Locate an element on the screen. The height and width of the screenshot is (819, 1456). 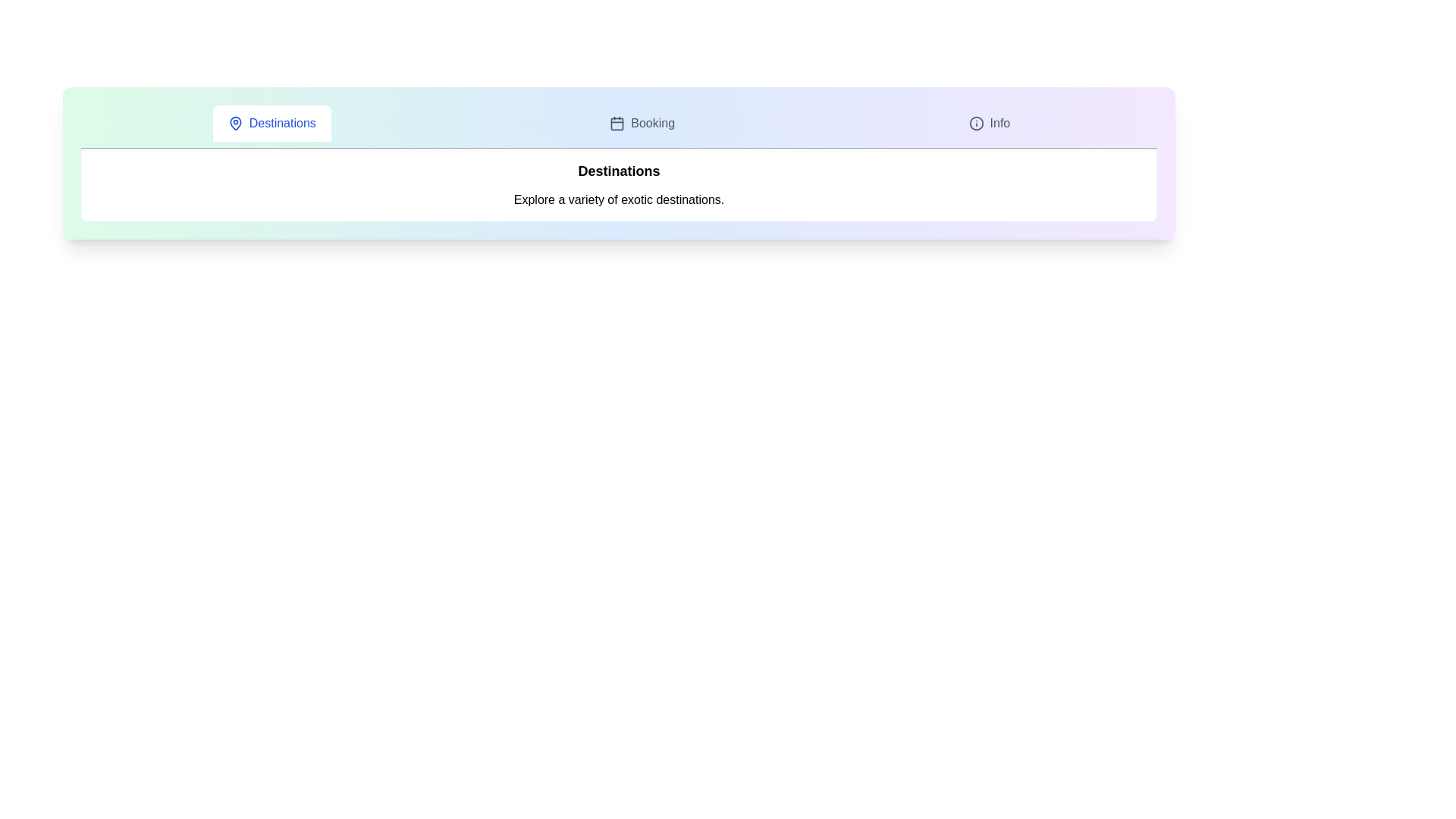
the Destinations tab to read its content is located at coordinates (271, 122).